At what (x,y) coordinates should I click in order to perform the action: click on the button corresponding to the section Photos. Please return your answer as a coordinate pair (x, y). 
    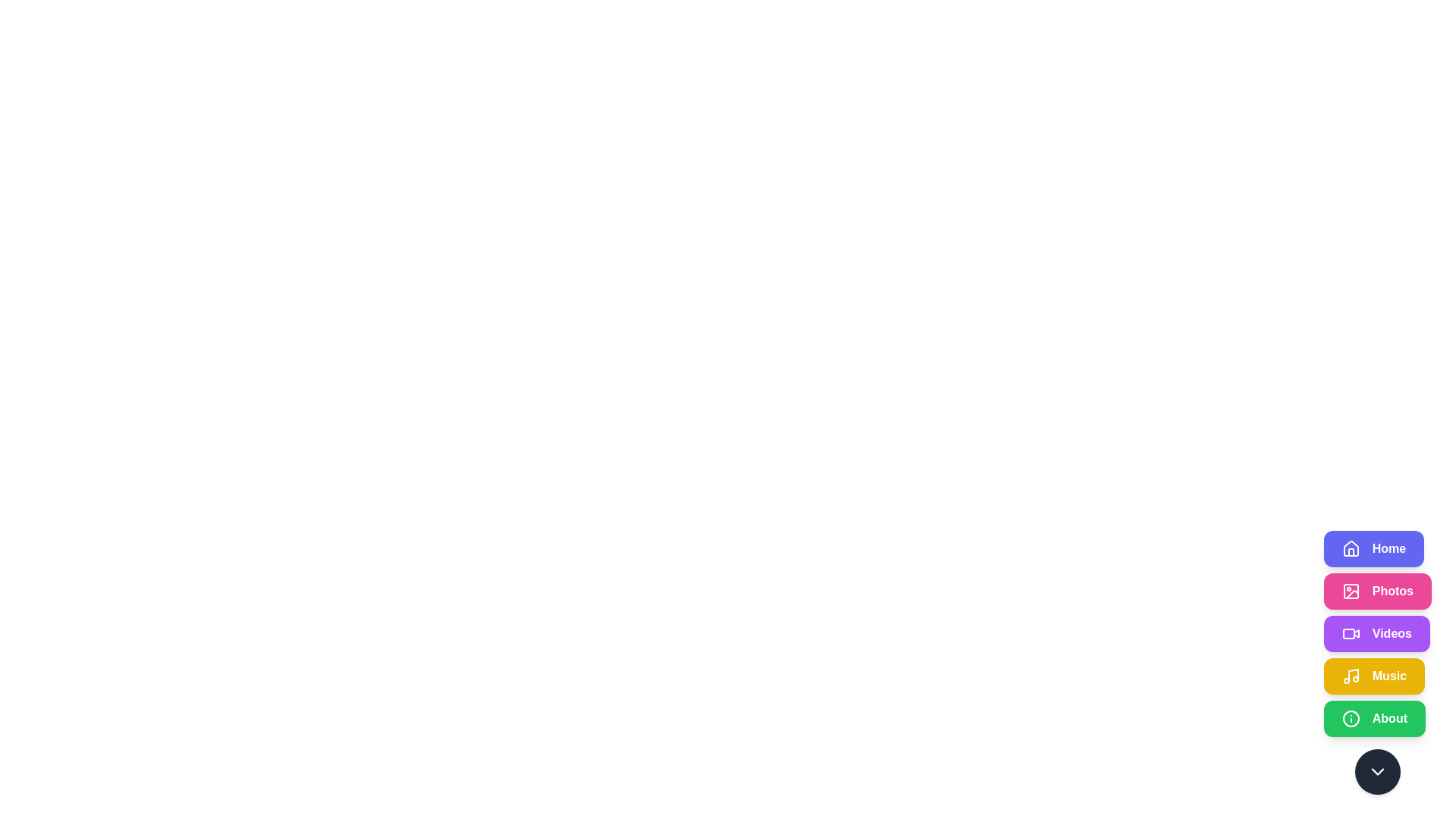
    Looking at the image, I should click on (1376, 590).